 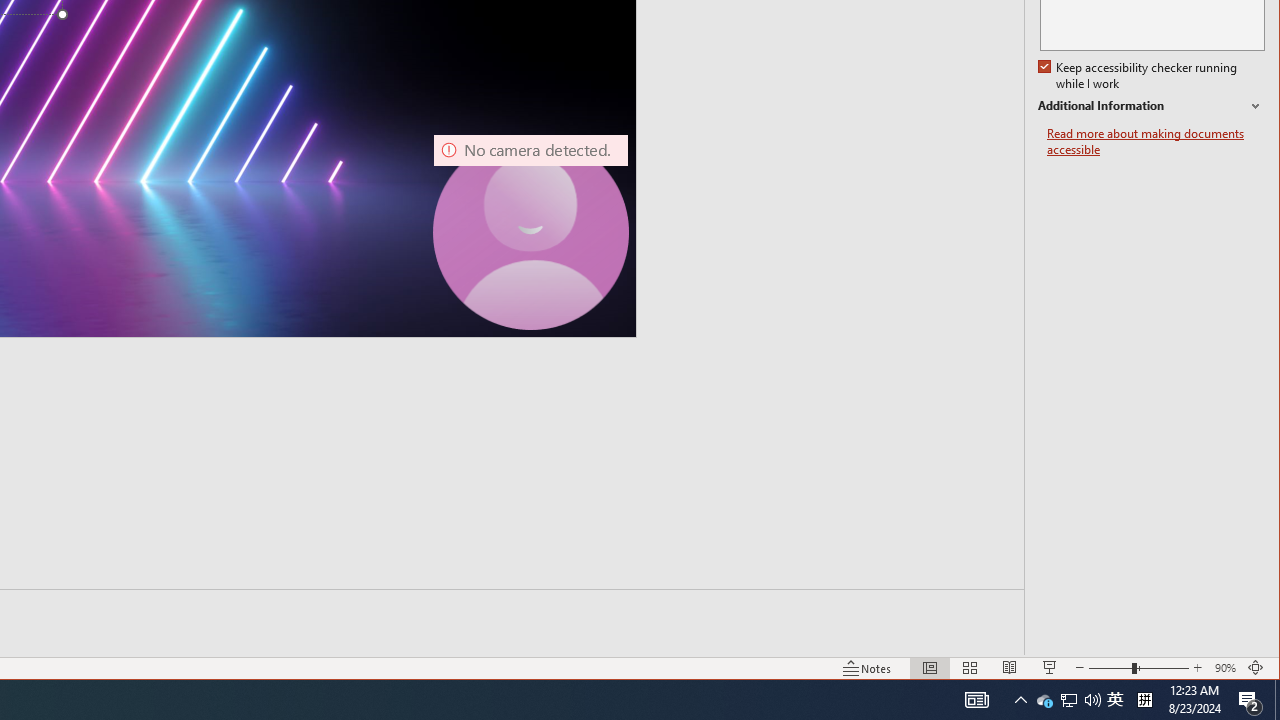 I want to click on 'Q2790: 100%', so click(x=1044, y=698).